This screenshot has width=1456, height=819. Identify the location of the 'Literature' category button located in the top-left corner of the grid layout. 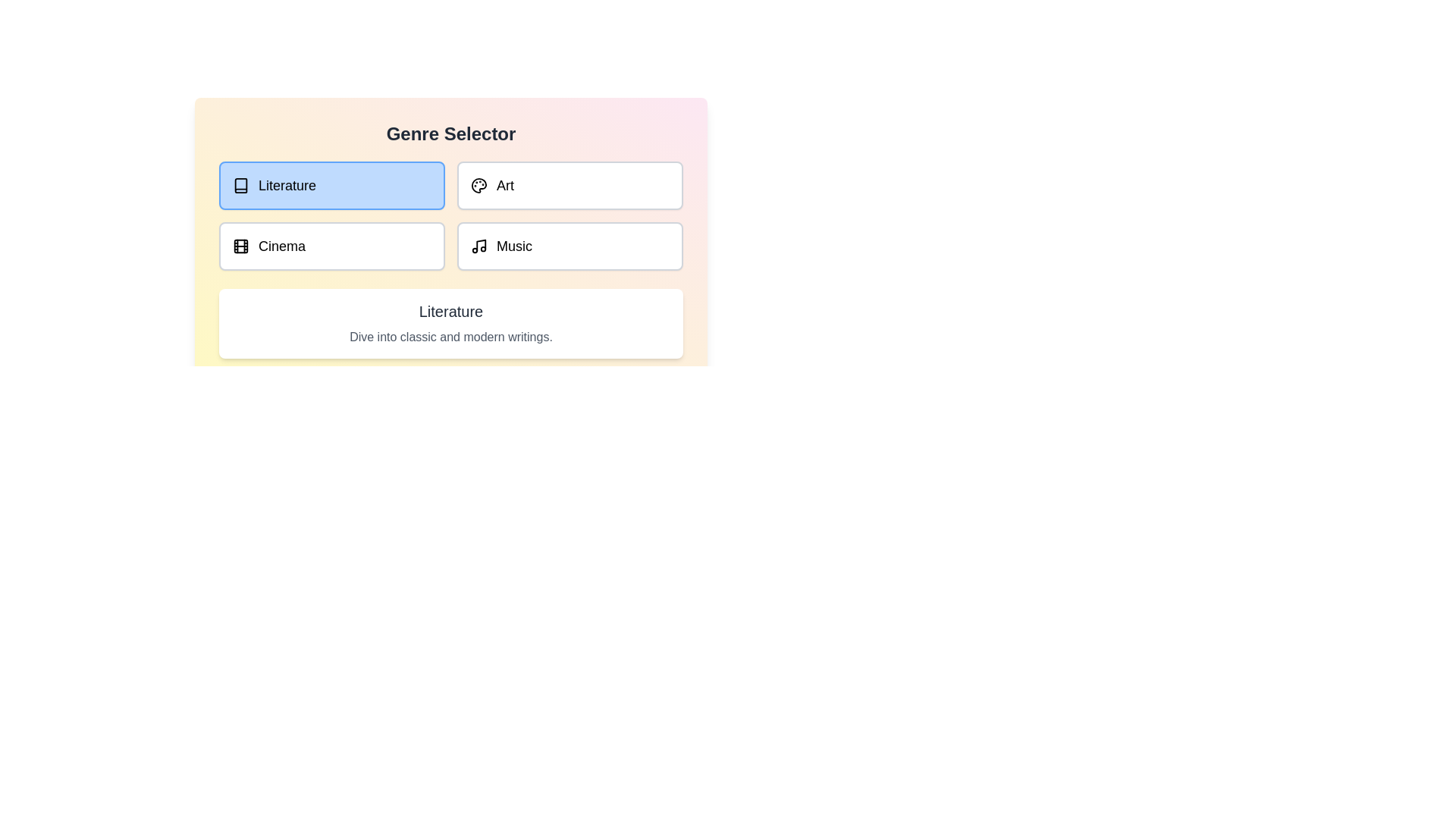
(331, 185).